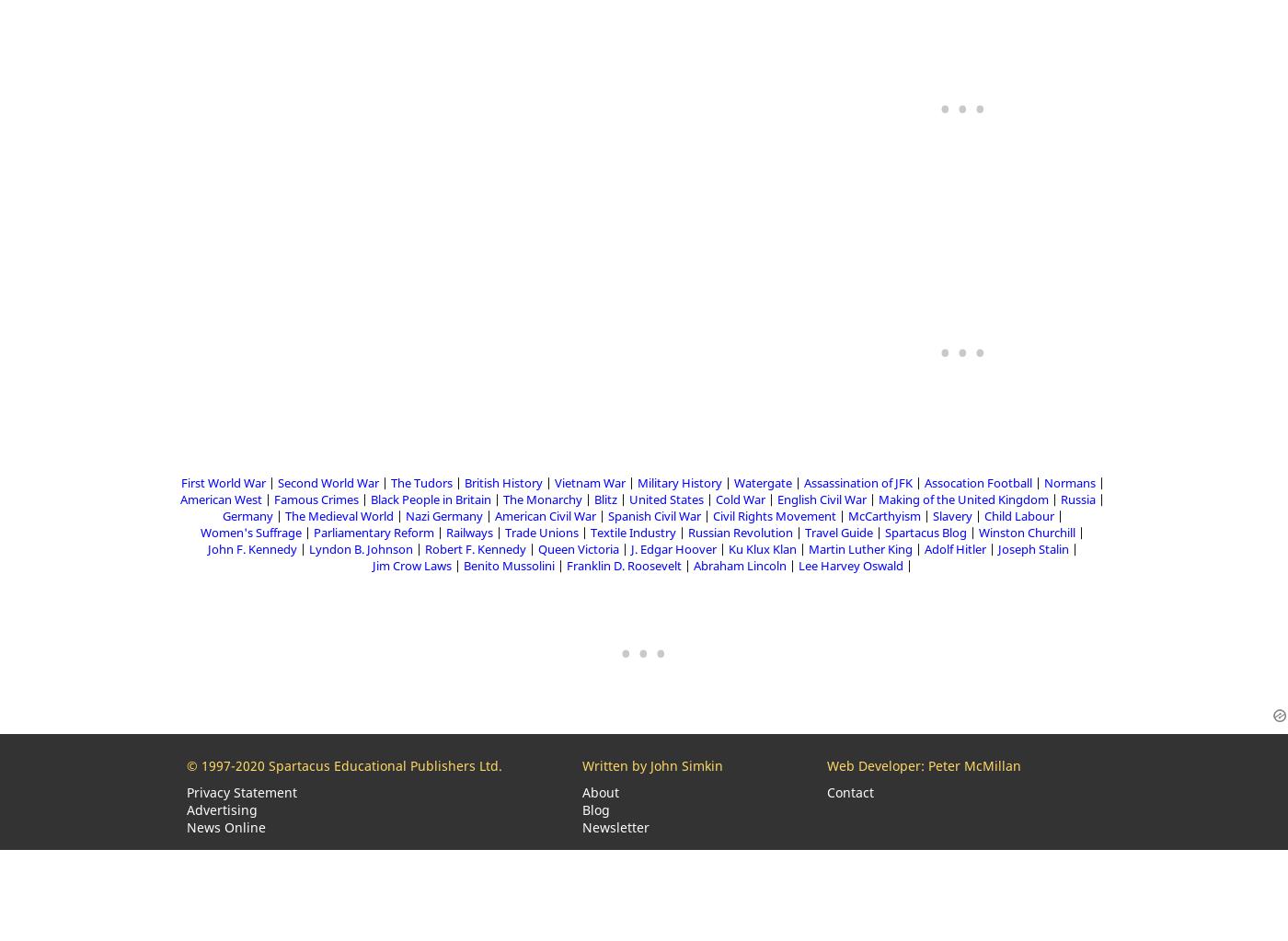 This screenshot has width=1288, height=941. Describe the element at coordinates (222, 809) in the screenshot. I see `'Advertising'` at that location.